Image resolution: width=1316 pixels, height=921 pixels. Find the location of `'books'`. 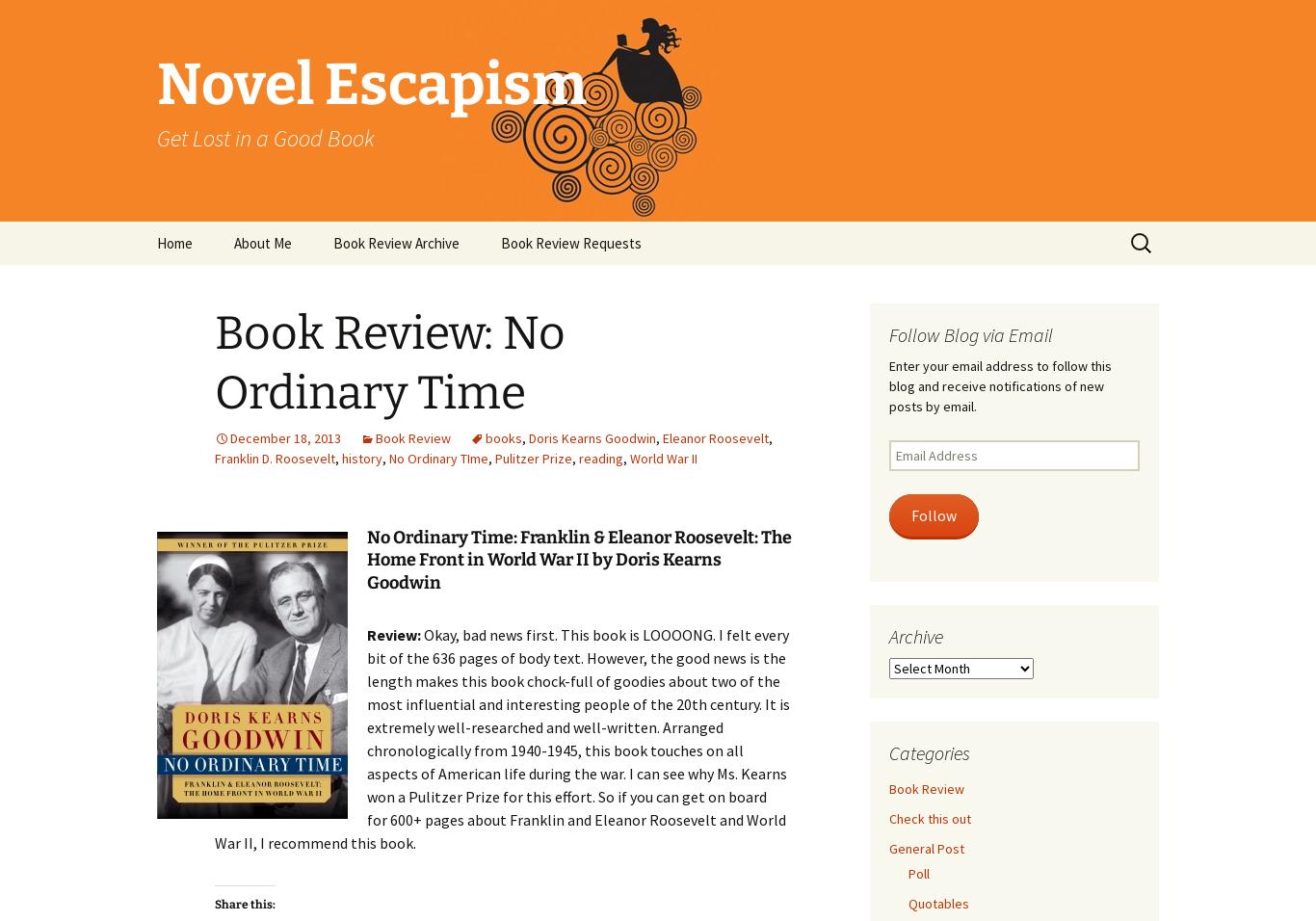

'books' is located at coordinates (504, 437).